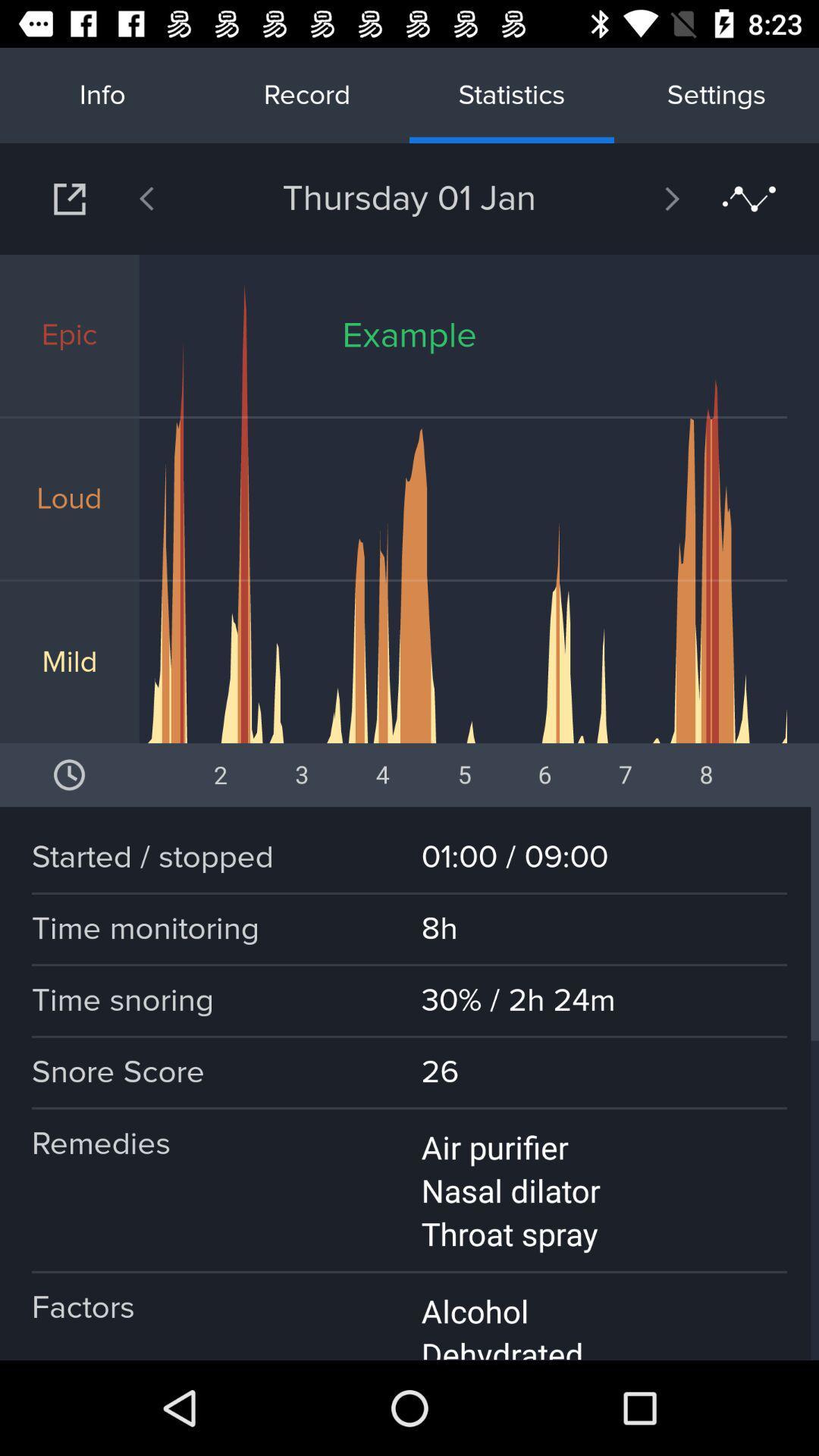  I want to click on icon below the statistics item, so click(632, 198).